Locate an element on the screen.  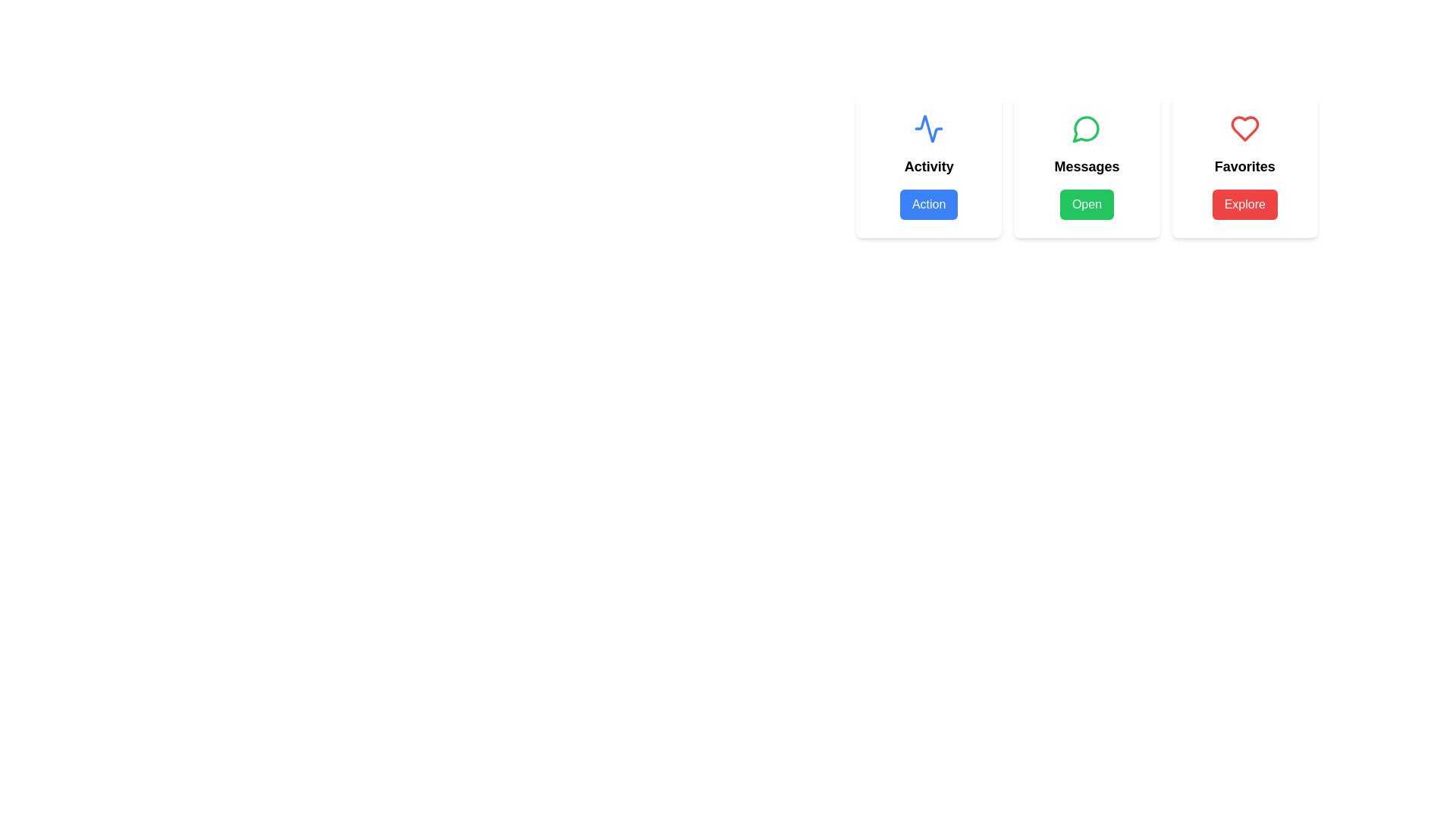
the blue wave icon located at the top-center of the 'Activity' card for guidance is located at coordinates (928, 127).